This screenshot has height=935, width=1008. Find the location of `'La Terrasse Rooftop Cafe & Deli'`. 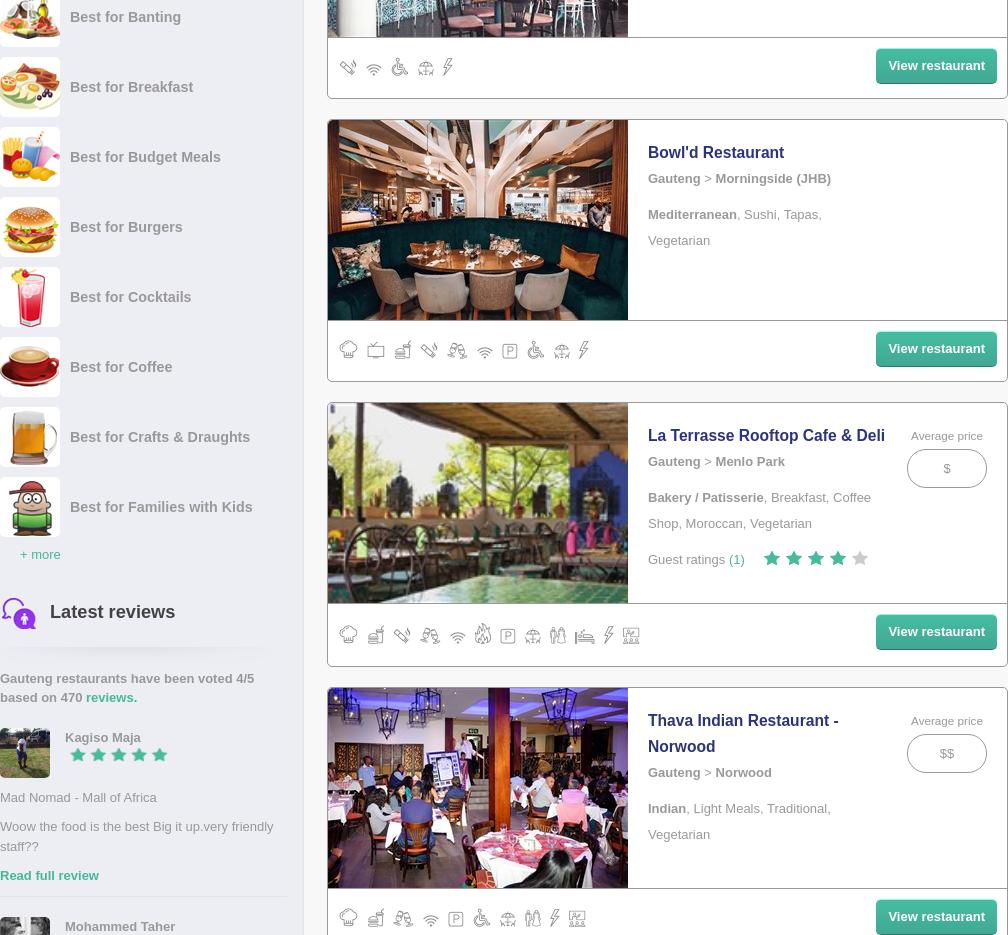

'La Terrasse Rooftop Cafe & Deli' is located at coordinates (648, 434).